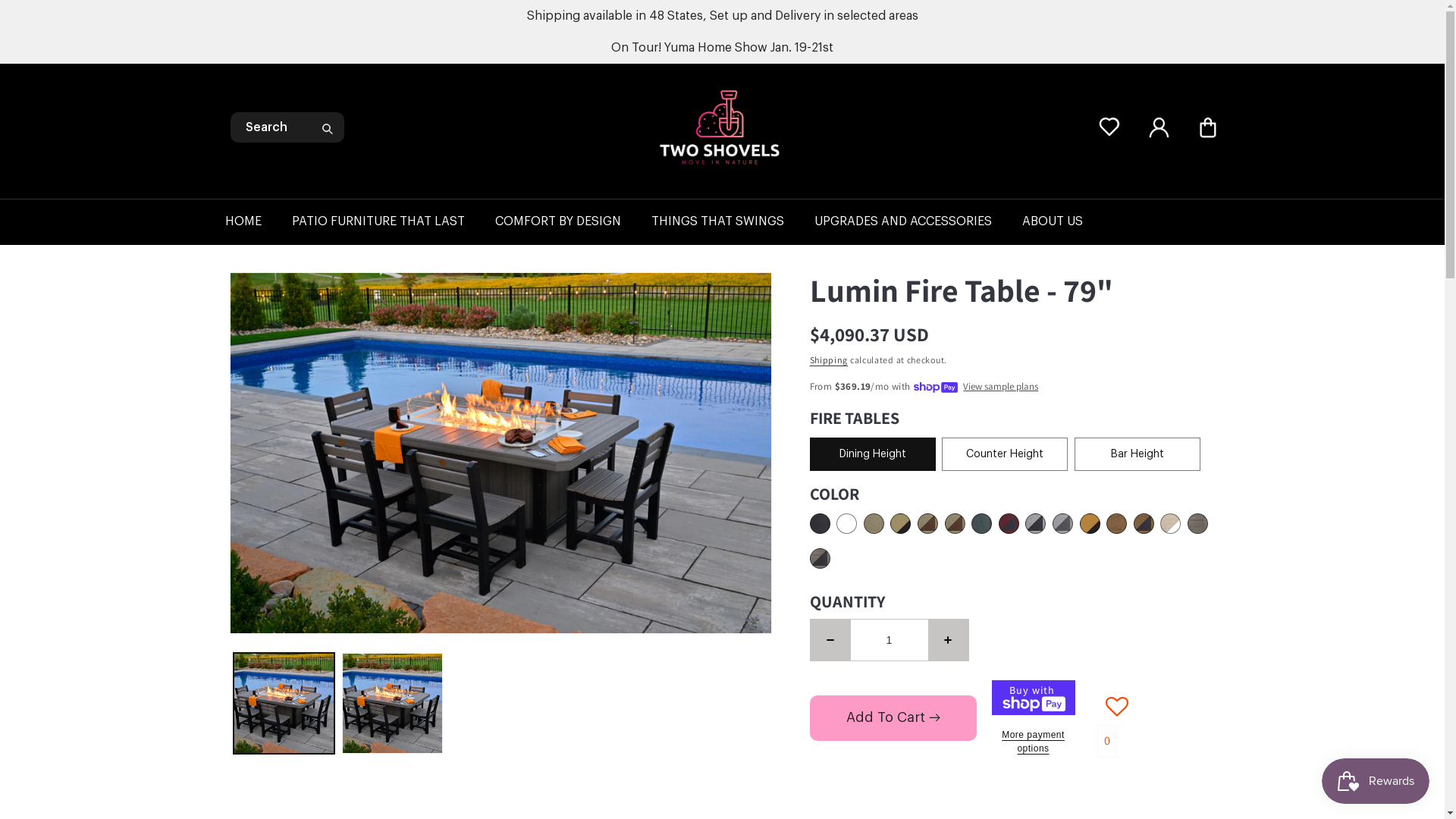 The height and width of the screenshot is (819, 1456). Describe the element at coordinates (393, 221) in the screenshot. I see `'PATIO FURNITURE THAT LAST'` at that location.